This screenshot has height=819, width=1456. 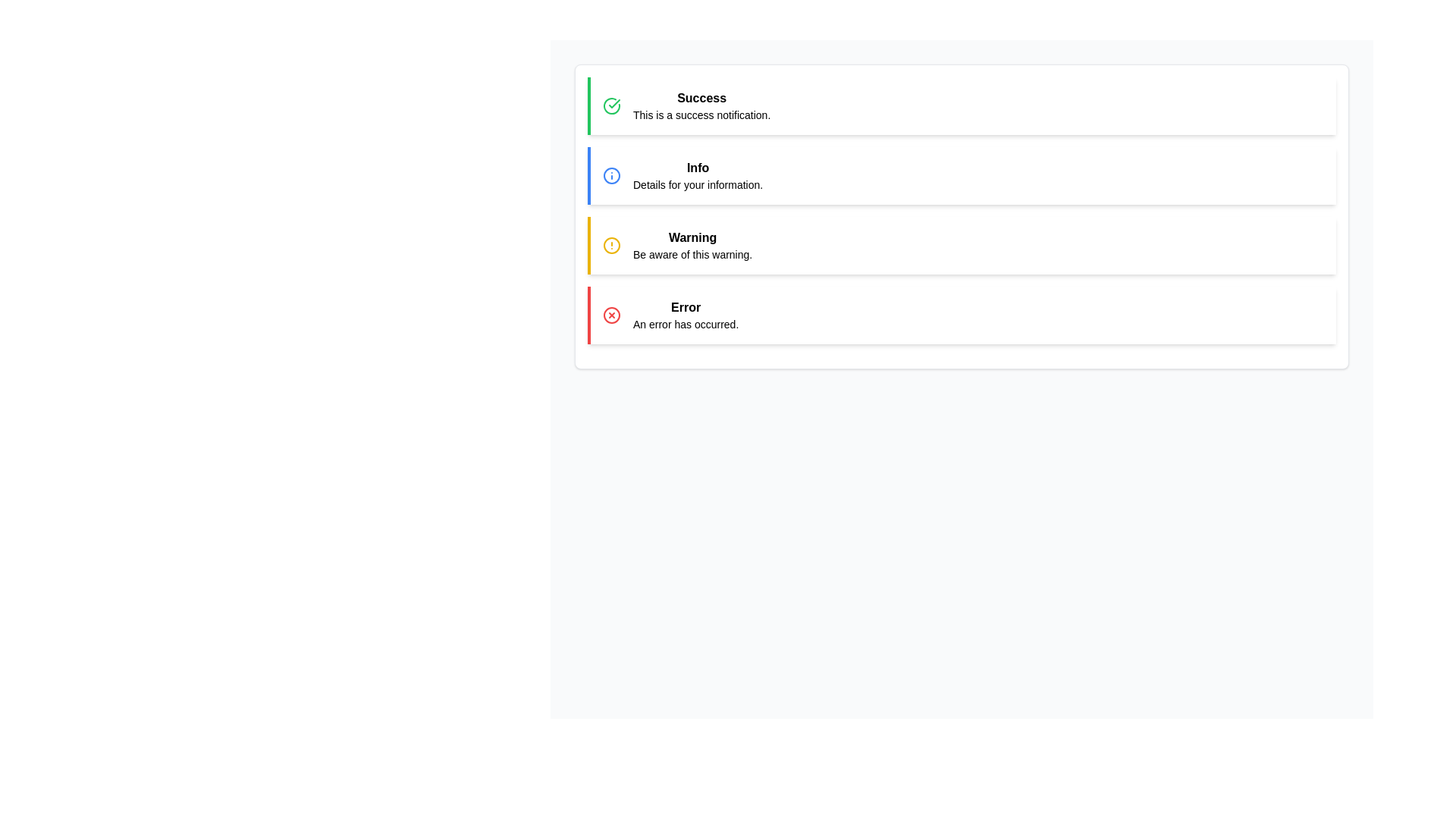 What do you see at coordinates (692, 245) in the screenshot?
I see `warning notification text located in the third notification box, which is positioned below the blue 'Info' notification and above the red 'Error' notification` at bounding box center [692, 245].